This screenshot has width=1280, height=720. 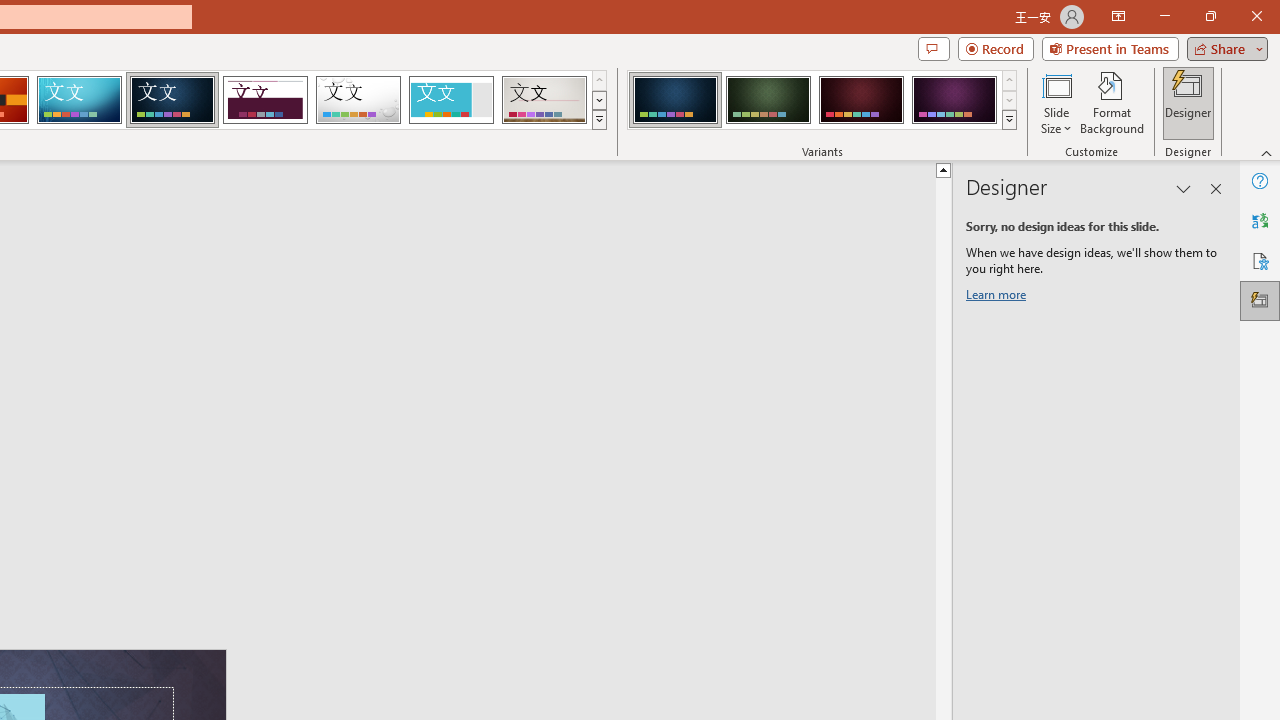 I want to click on 'Learn more', so click(x=999, y=298).